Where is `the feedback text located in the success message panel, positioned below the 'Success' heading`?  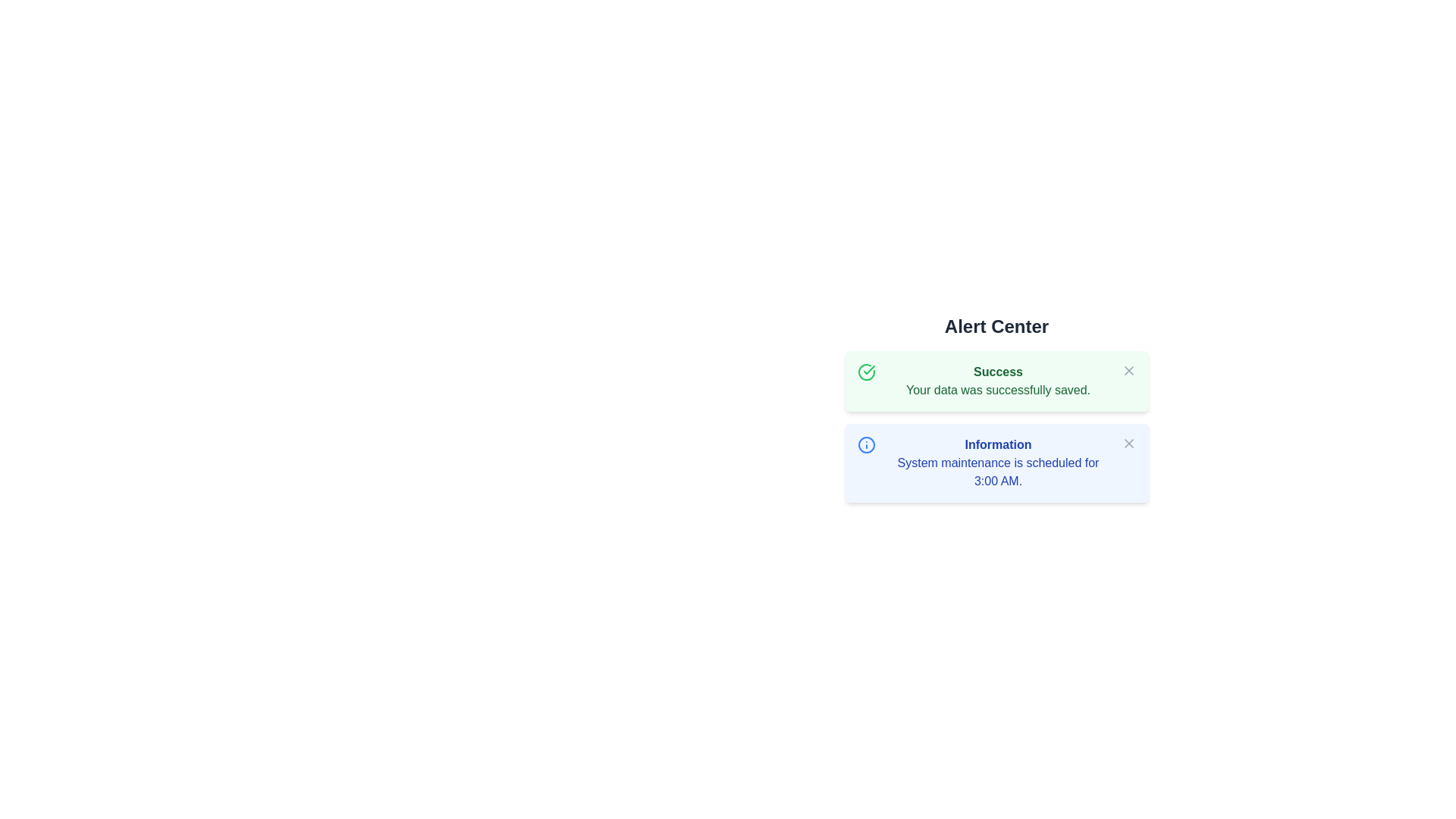
the feedback text located in the success message panel, positioned below the 'Success' heading is located at coordinates (998, 390).